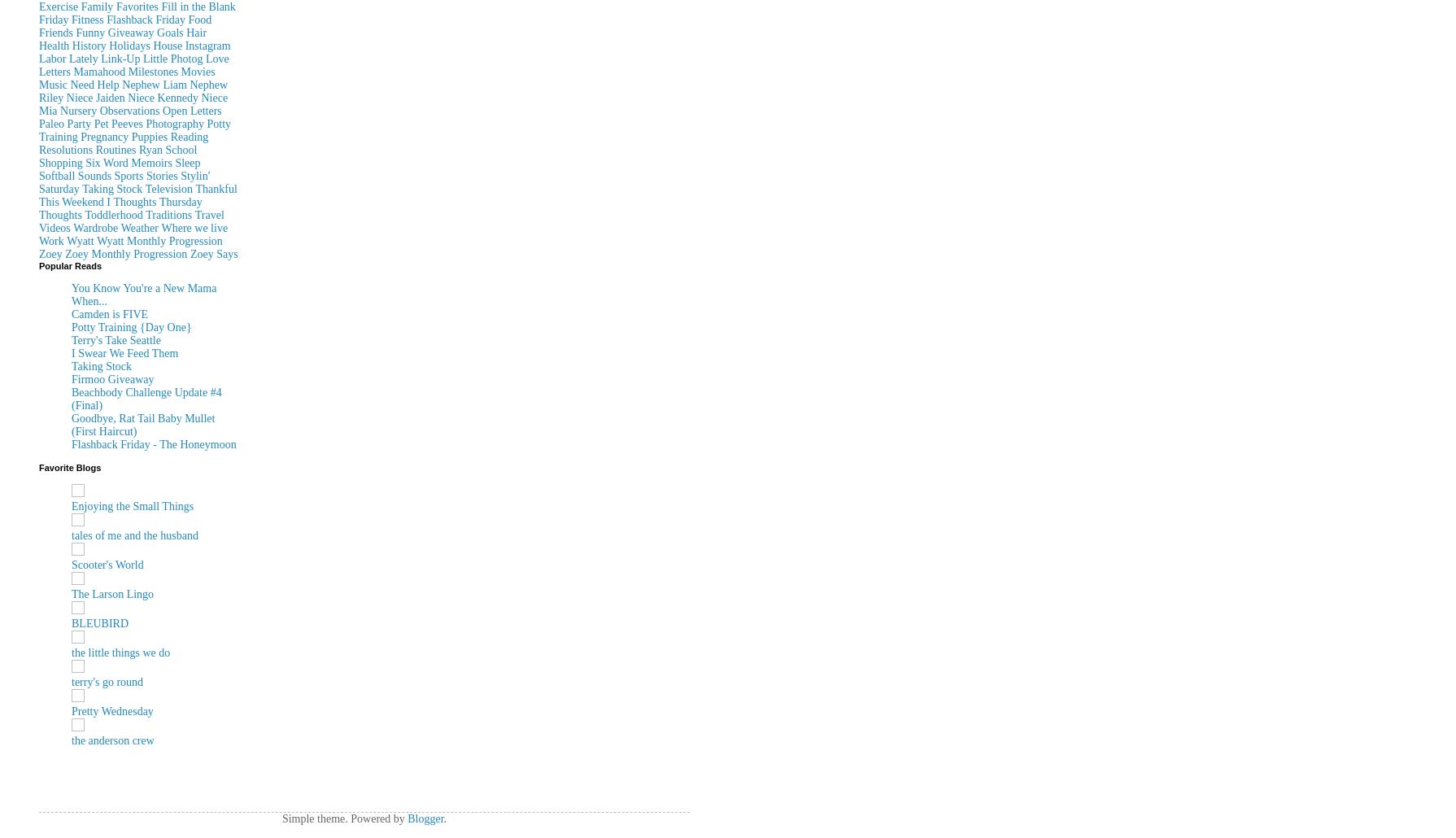 This screenshot has width=1456, height=838. What do you see at coordinates (168, 46) in the screenshot?
I see `'House'` at bounding box center [168, 46].